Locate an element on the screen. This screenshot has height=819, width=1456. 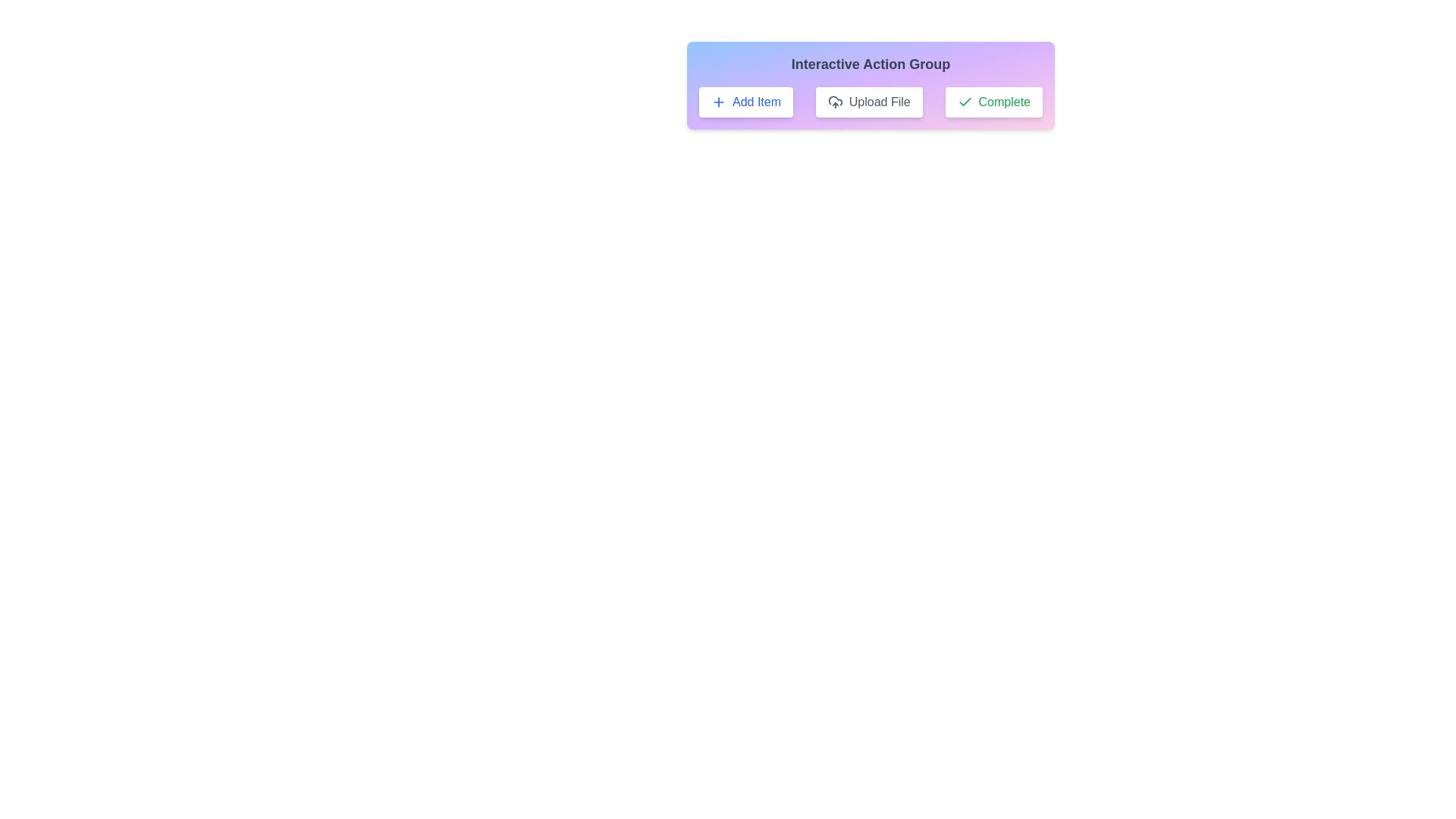
the green checkmark icon next to the word 'Complete' within the 'Complete' button located in the top-right section of the interface is located at coordinates (964, 102).